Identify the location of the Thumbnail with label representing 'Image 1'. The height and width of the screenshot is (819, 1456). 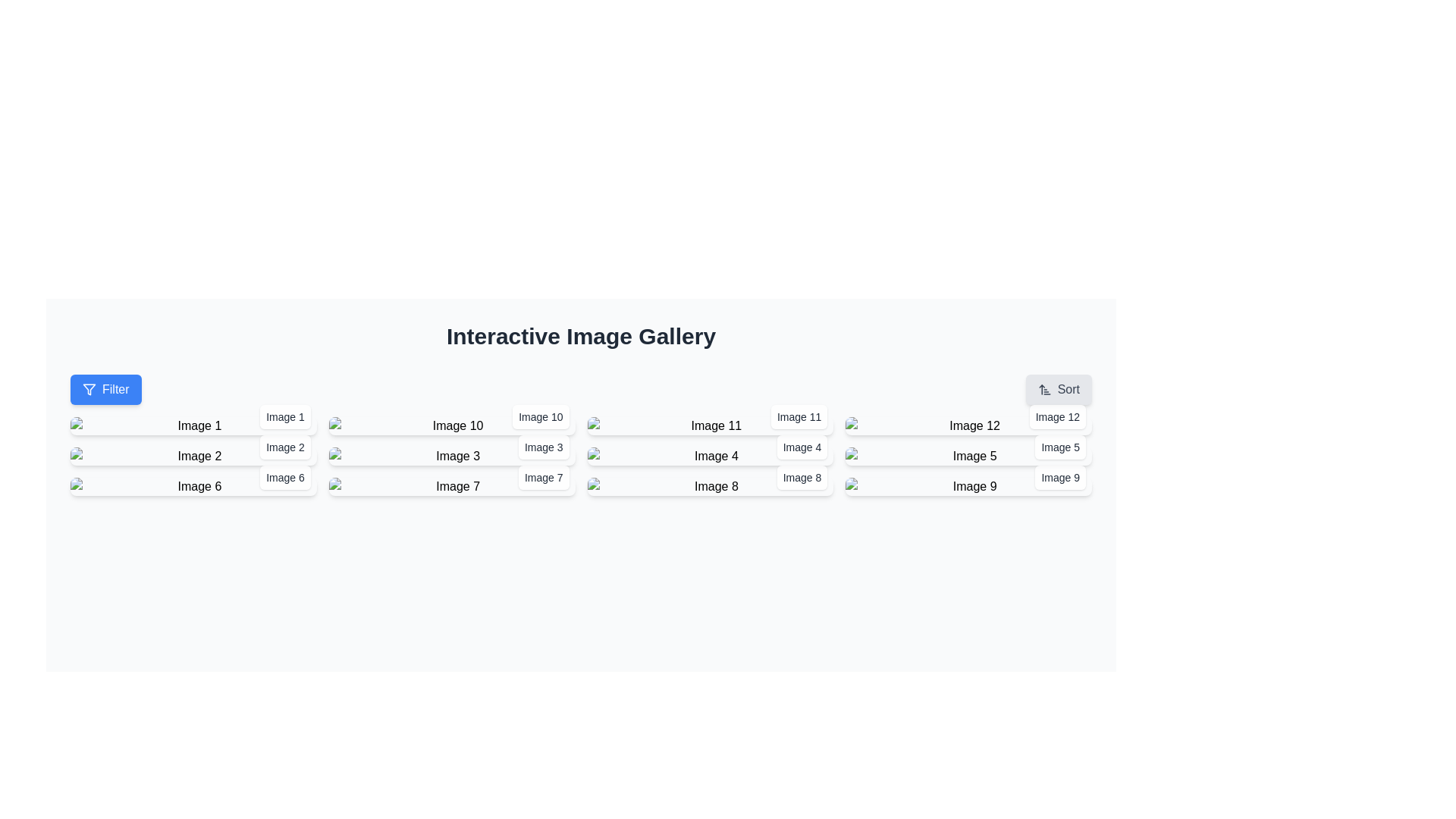
(193, 426).